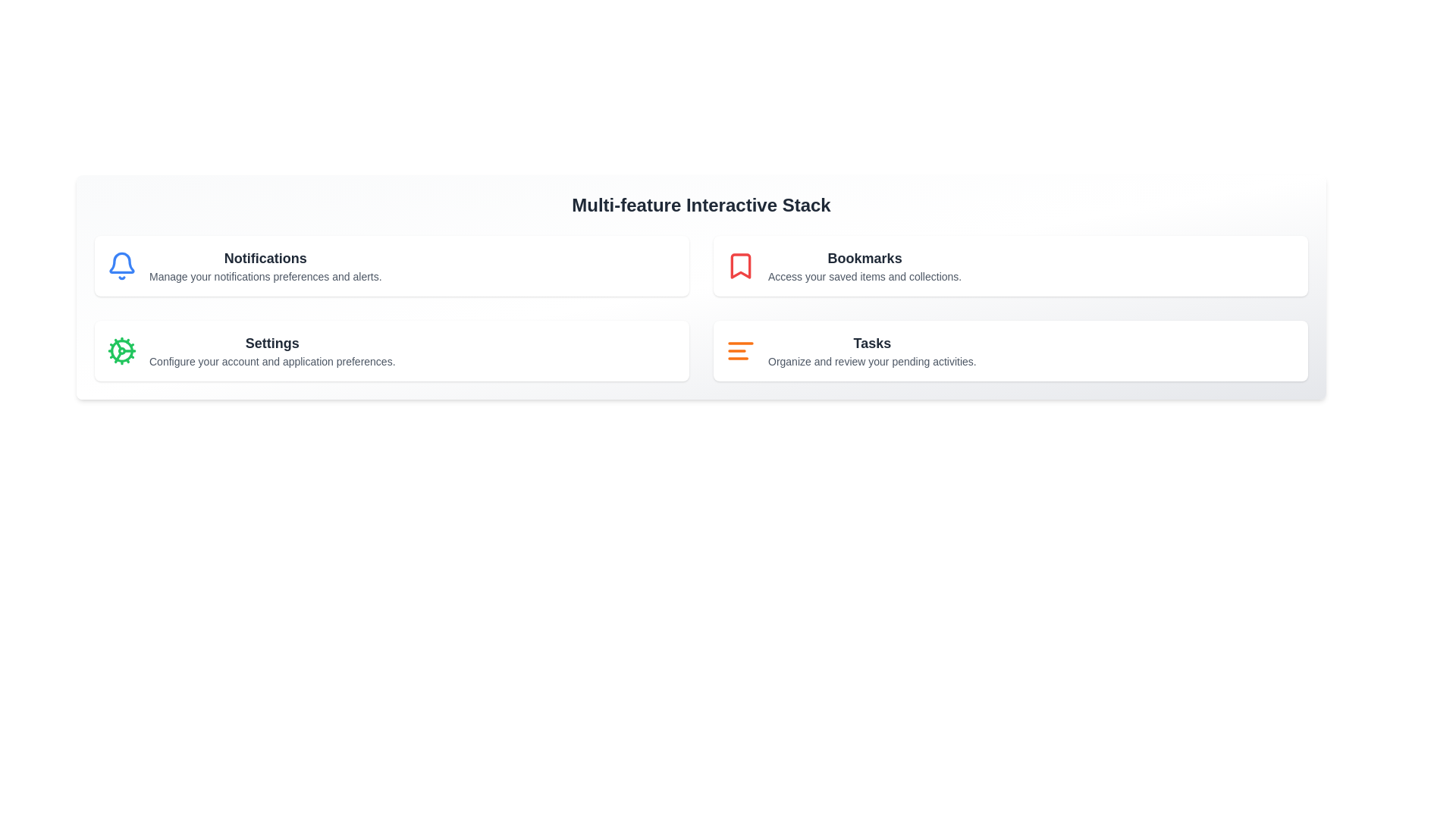  What do you see at coordinates (864, 257) in the screenshot?
I see `the 'Bookmarks' section title text label, which indicates the feature to save and manage items` at bounding box center [864, 257].